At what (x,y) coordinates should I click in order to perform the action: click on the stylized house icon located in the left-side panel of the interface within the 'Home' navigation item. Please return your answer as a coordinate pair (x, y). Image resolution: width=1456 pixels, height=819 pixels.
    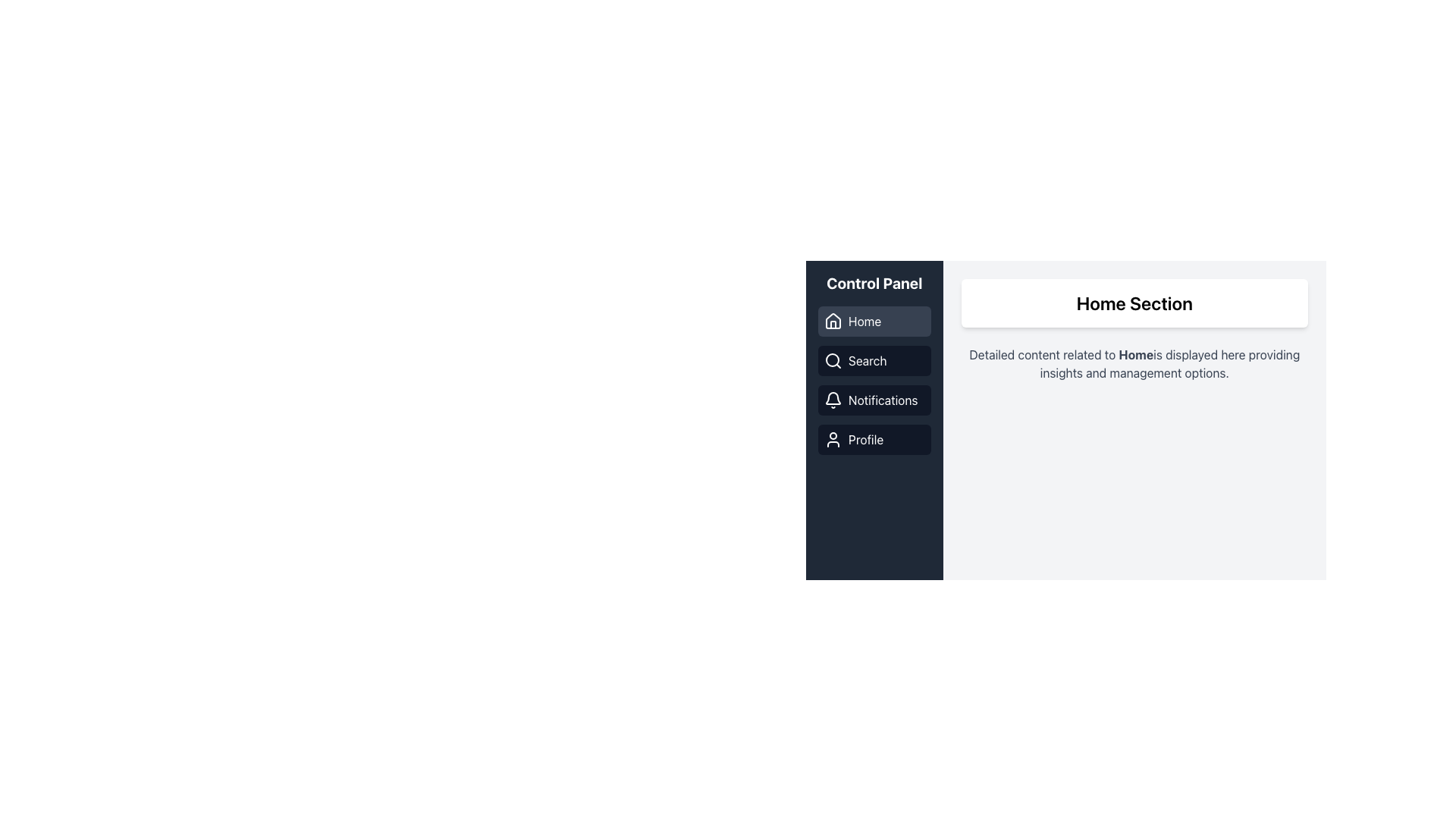
    Looking at the image, I should click on (833, 320).